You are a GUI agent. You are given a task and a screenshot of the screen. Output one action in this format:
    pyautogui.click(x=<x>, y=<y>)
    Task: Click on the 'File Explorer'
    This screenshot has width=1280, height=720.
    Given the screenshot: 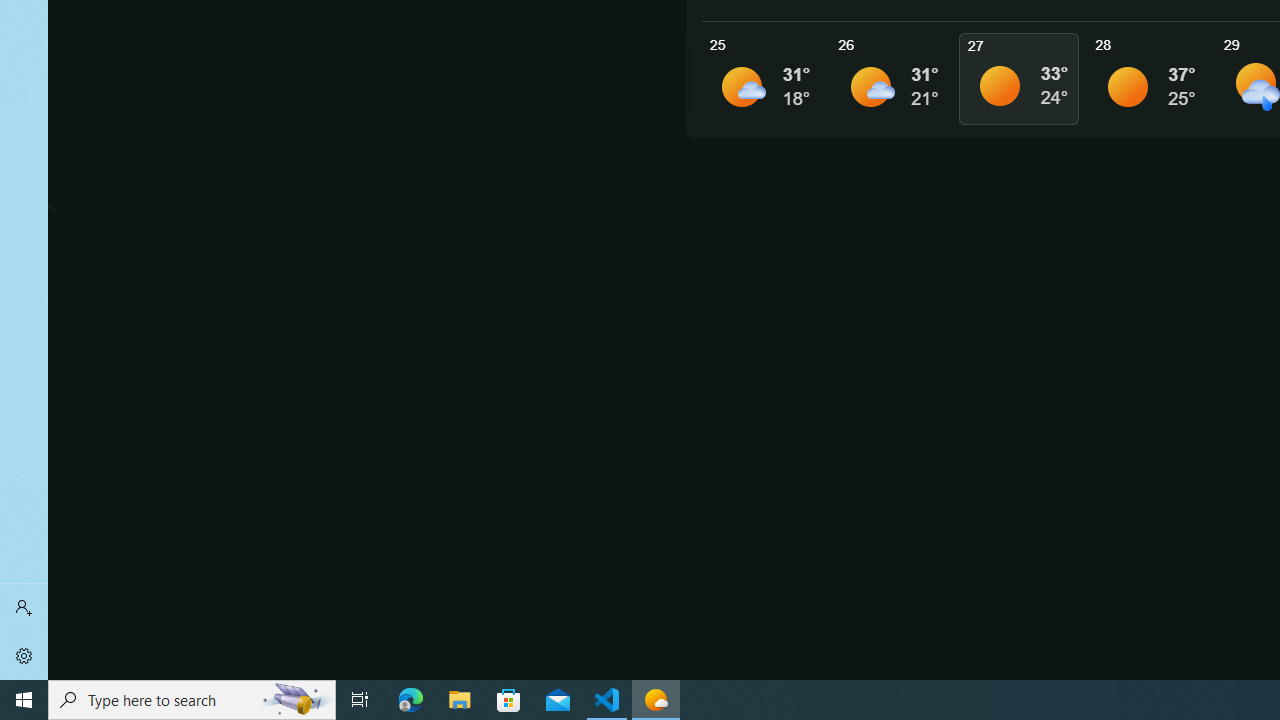 What is the action you would take?
    pyautogui.click(x=459, y=698)
    